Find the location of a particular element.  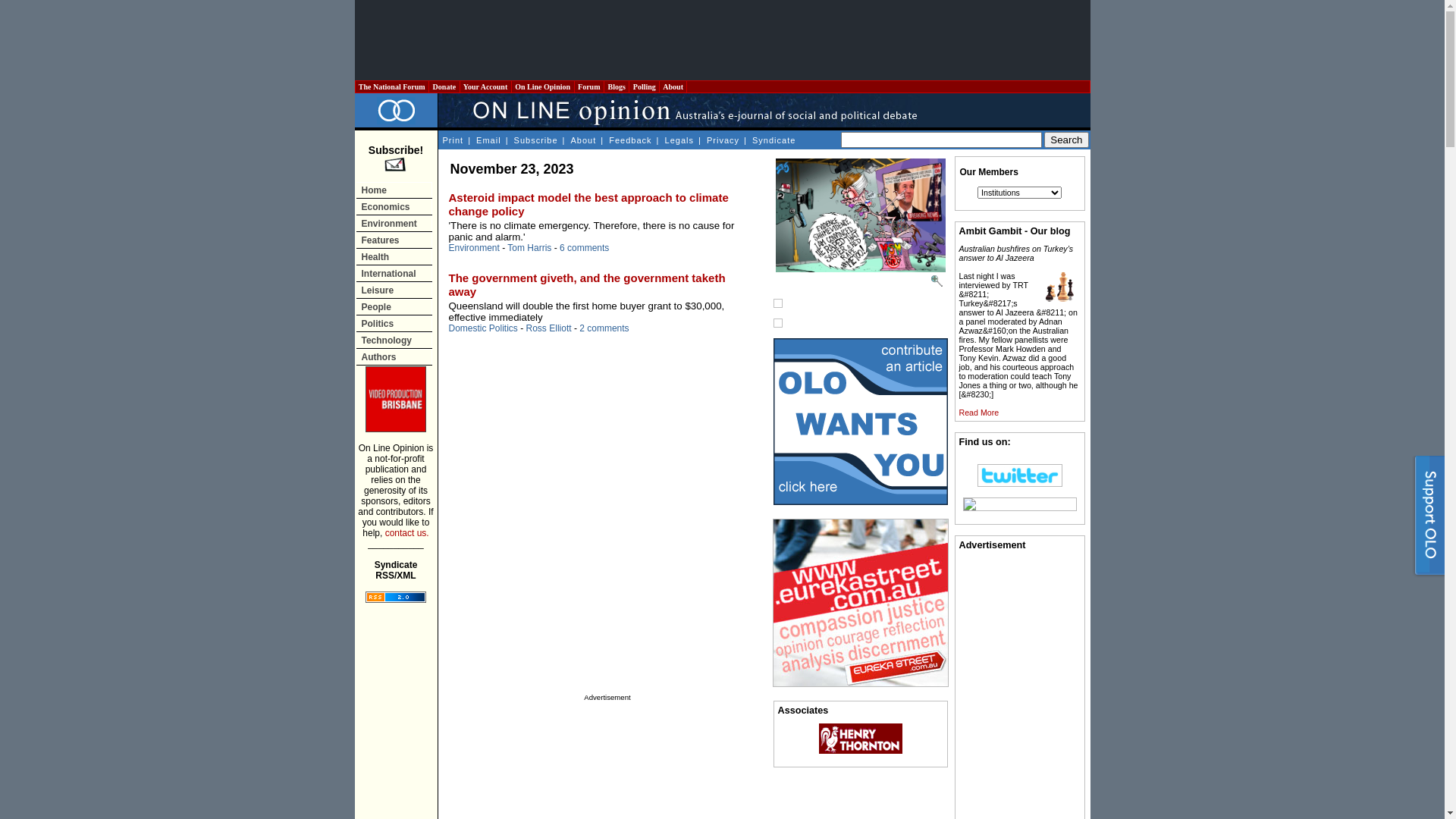

'2 comments' is located at coordinates (603, 327).